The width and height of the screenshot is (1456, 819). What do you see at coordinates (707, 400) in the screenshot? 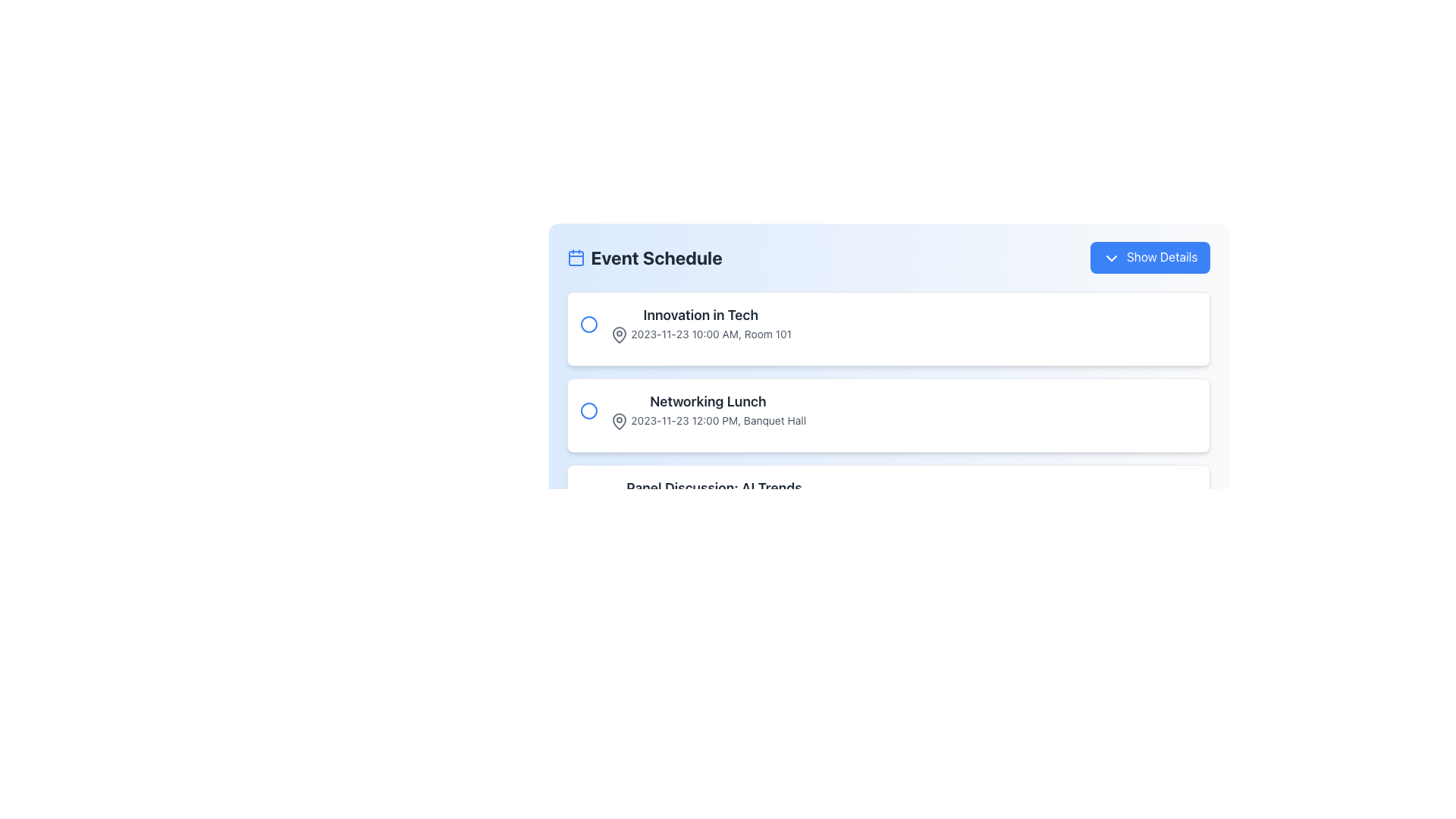
I see `the text label that serves as the heading for the event item, located directly above the date and time details` at bounding box center [707, 400].